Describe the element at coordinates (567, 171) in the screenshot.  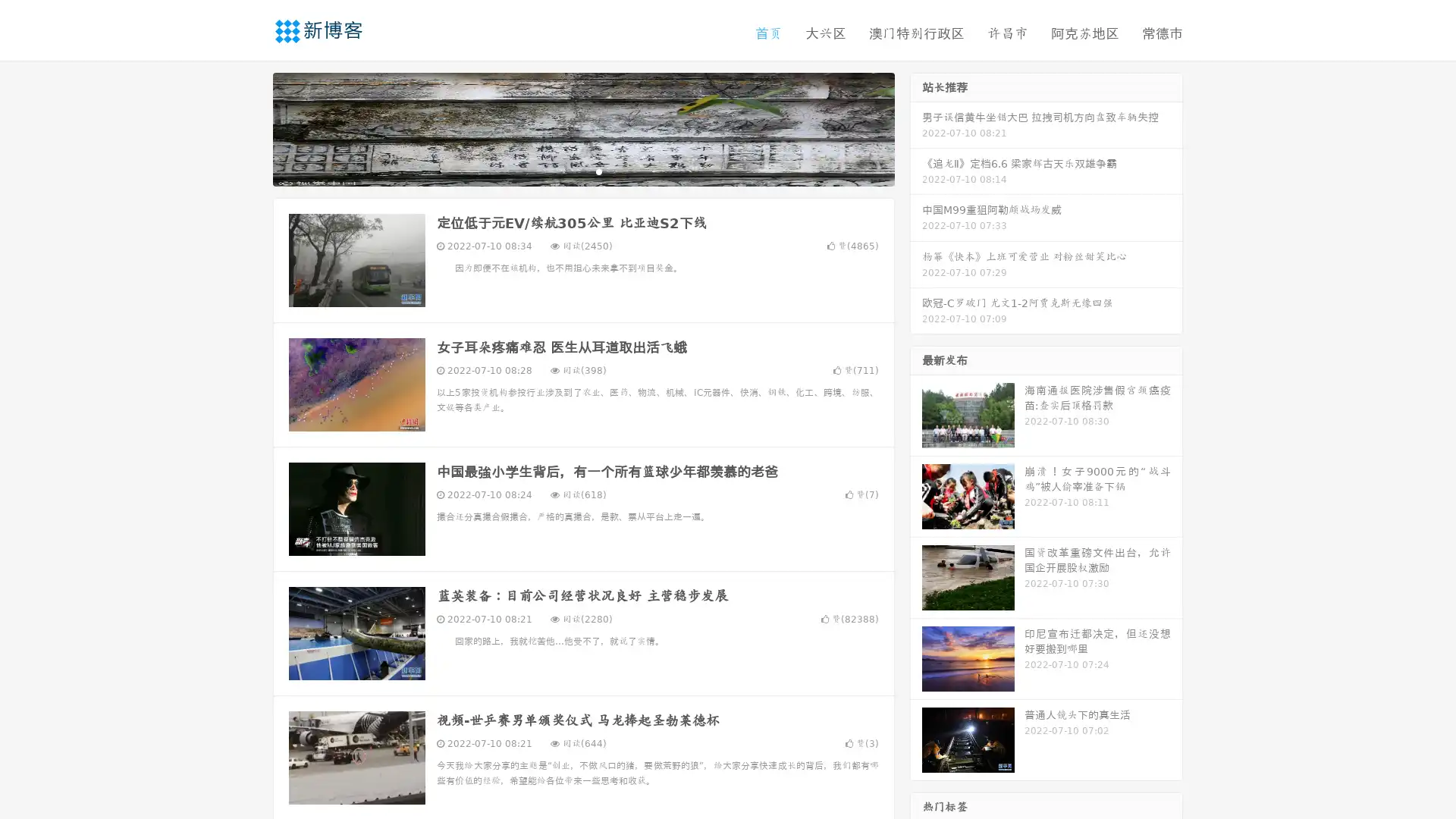
I see `Go to slide 1` at that location.